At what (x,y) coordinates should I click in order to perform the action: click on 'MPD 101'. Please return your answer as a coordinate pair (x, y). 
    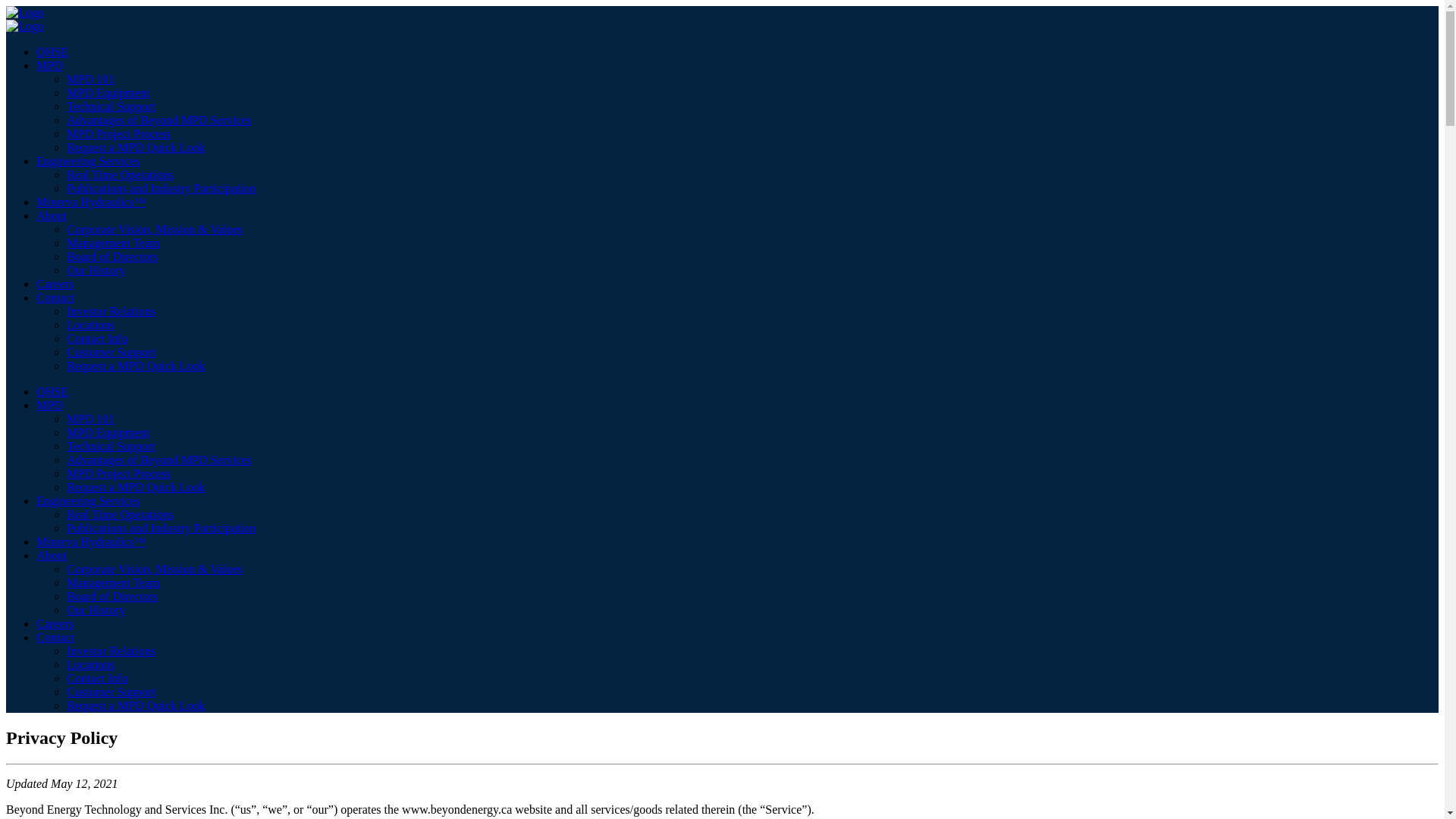
    Looking at the image, I should click on (65, 79).